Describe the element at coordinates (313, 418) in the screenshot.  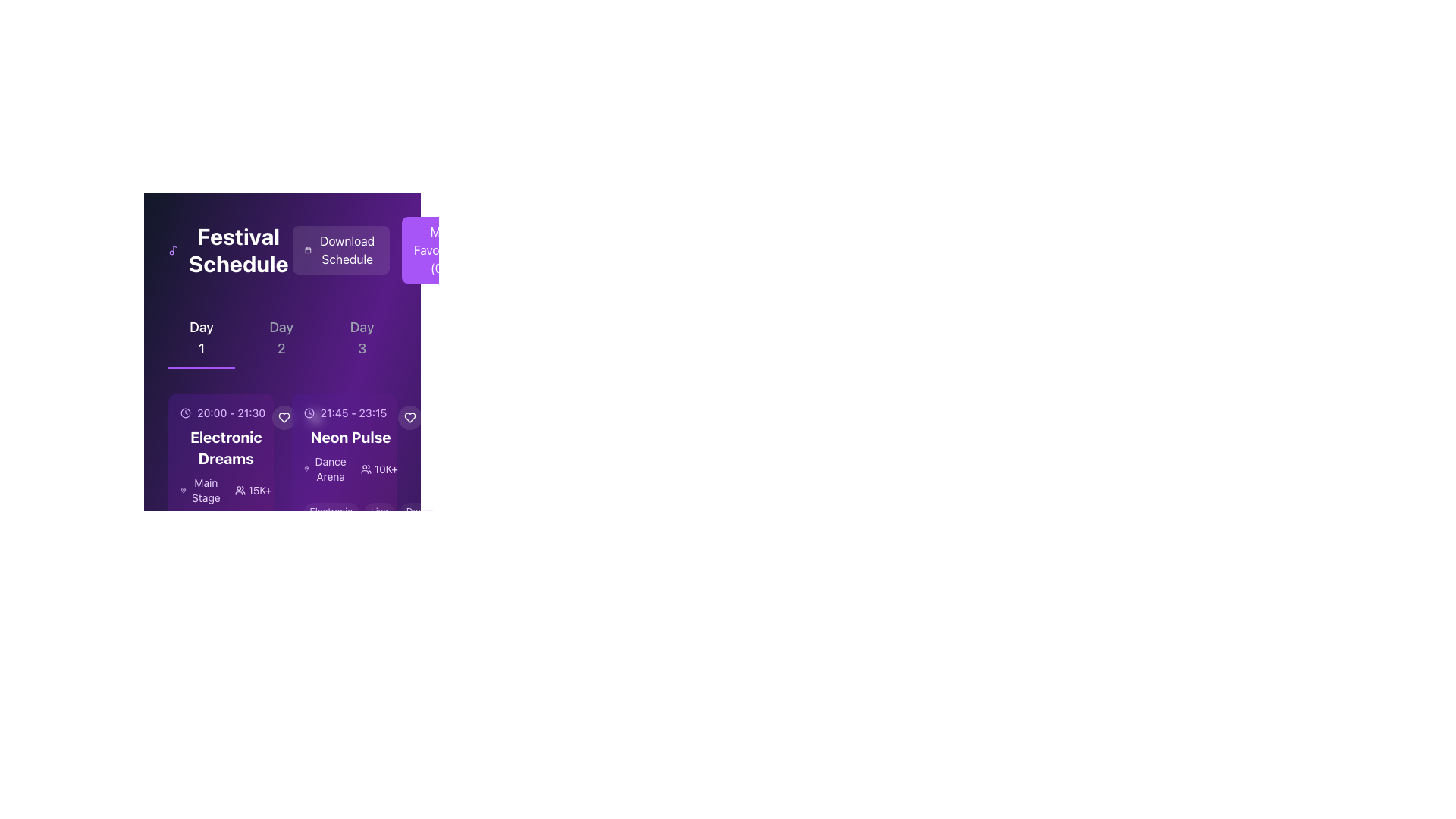
I see `the Share Icon, which is a circular SVG icon with three circles connected by two diagonal lines, located at the center of the schedule card for the 'Neon Pulse' event` at that location.